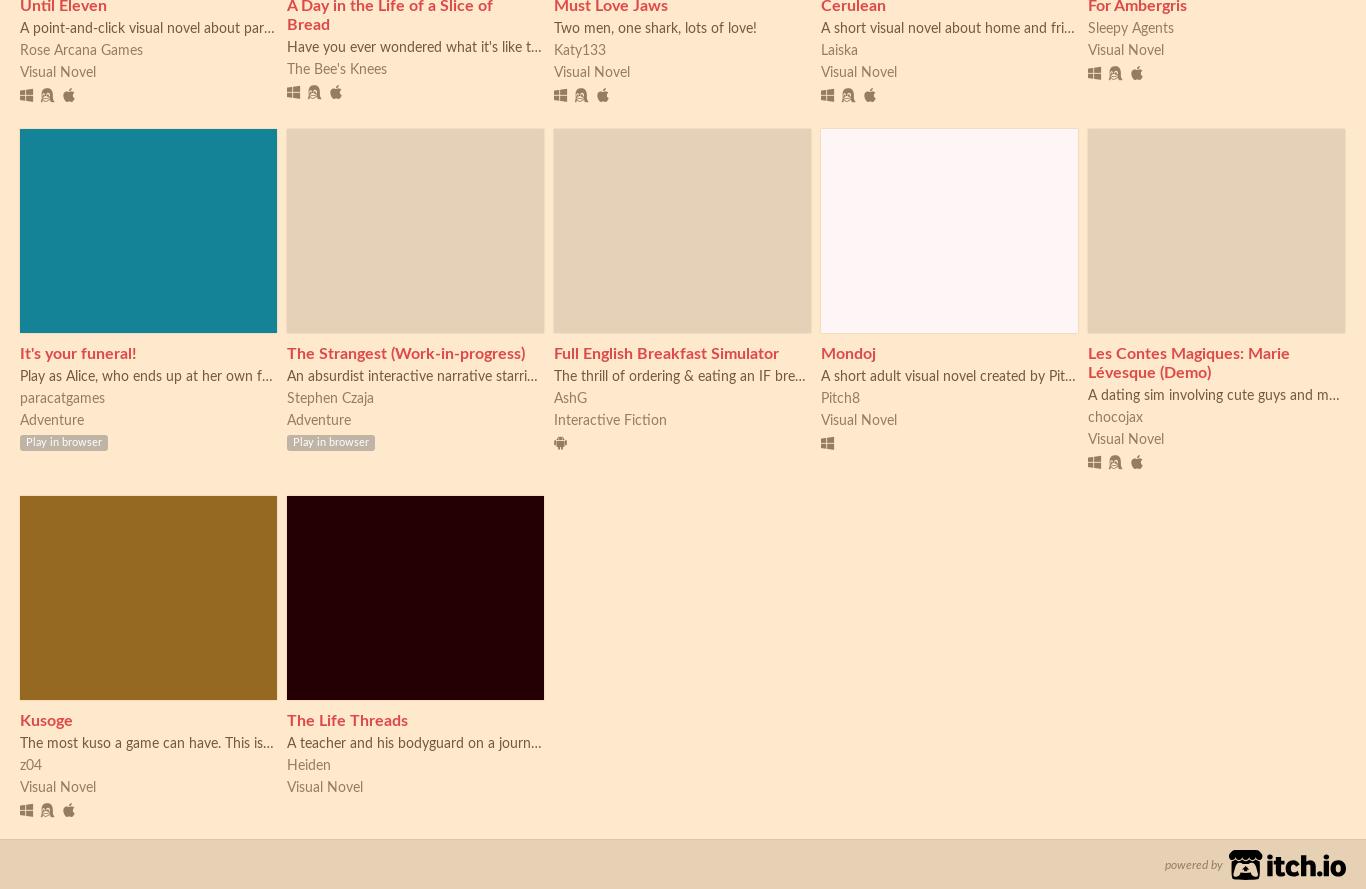 The image size is (1366, 889). Describe the element at coordinates (587, 742) in the screenshot. I see `'A teacher and his bodyguard on a journey across the desert sands, what sort of fate awaits them?'` at that location.